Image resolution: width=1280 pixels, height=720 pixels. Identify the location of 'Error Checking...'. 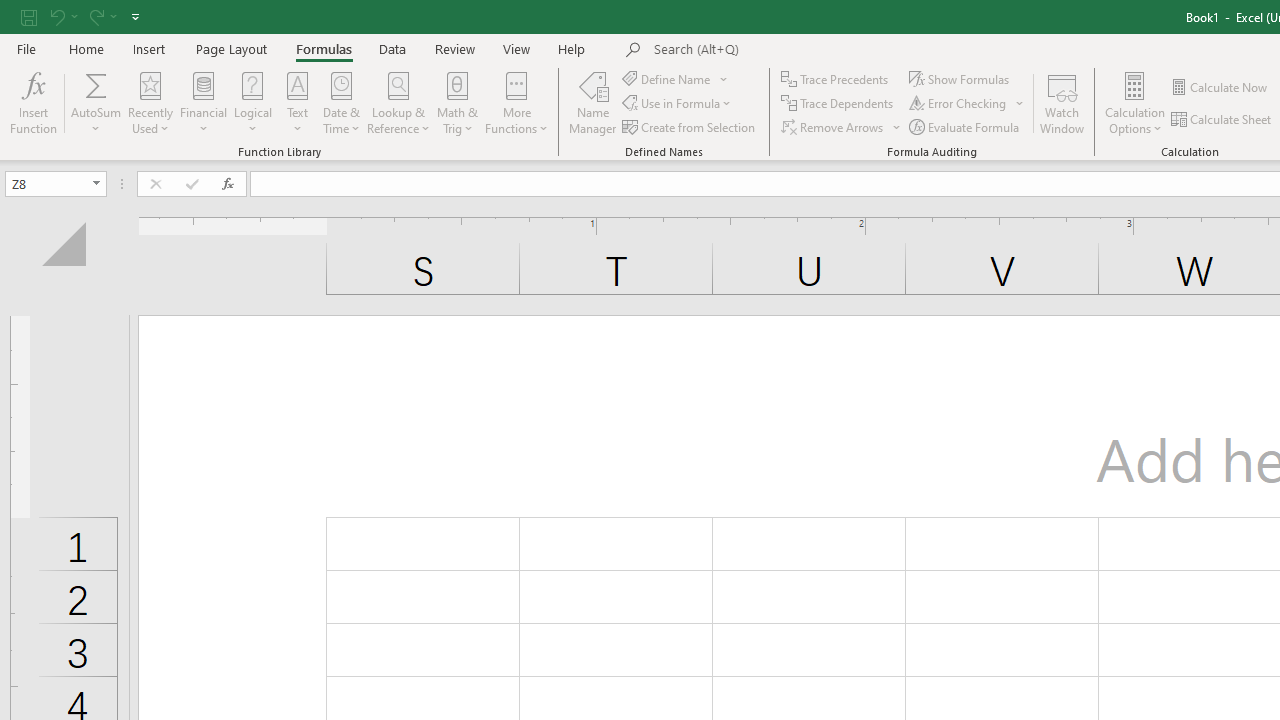
(967, 103).